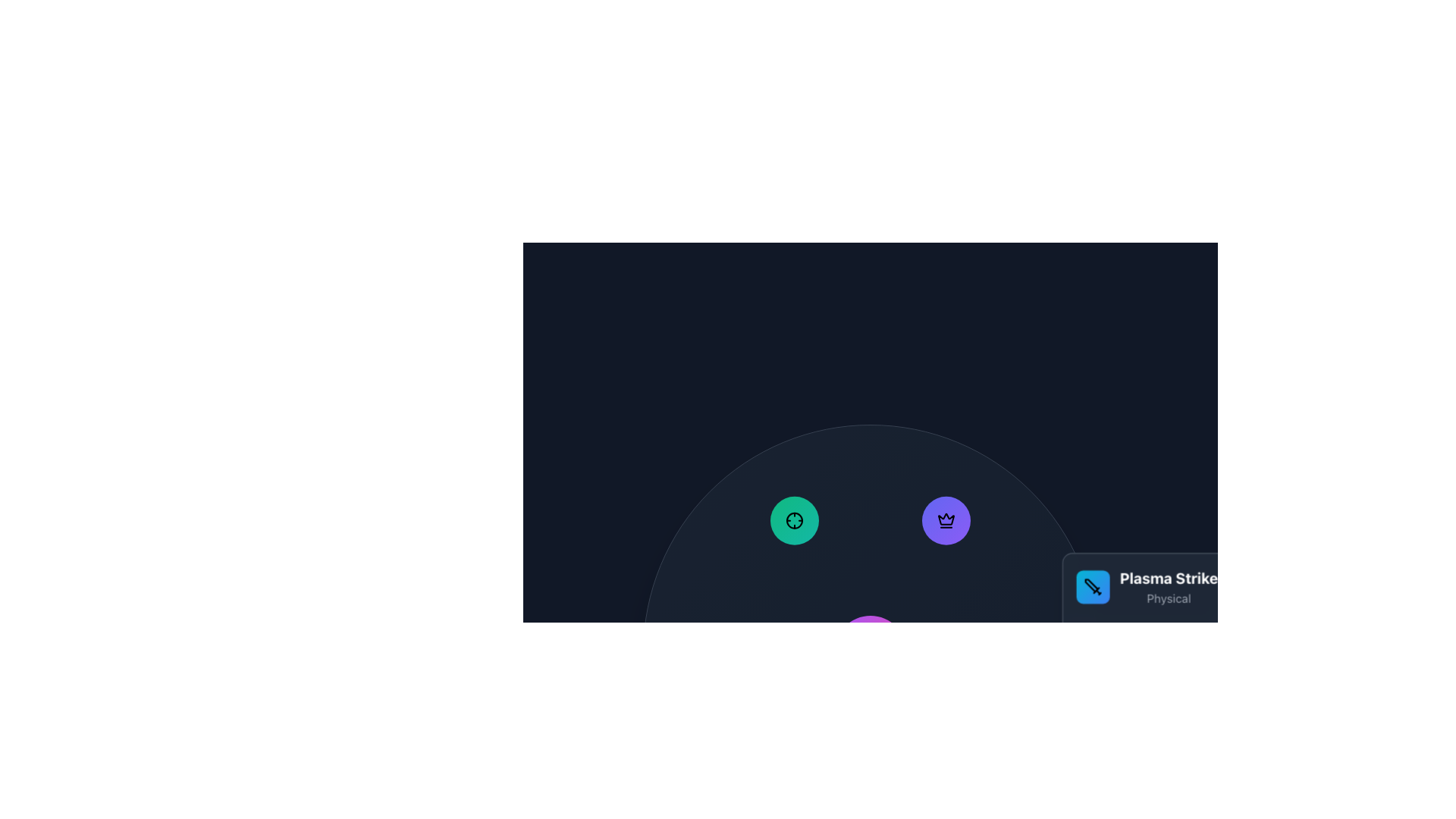 The image size is (1456, 819). I want to click on the 'Plasma Strike' text and icon display with a gradient cyan to blue background, so click(1194, 586).